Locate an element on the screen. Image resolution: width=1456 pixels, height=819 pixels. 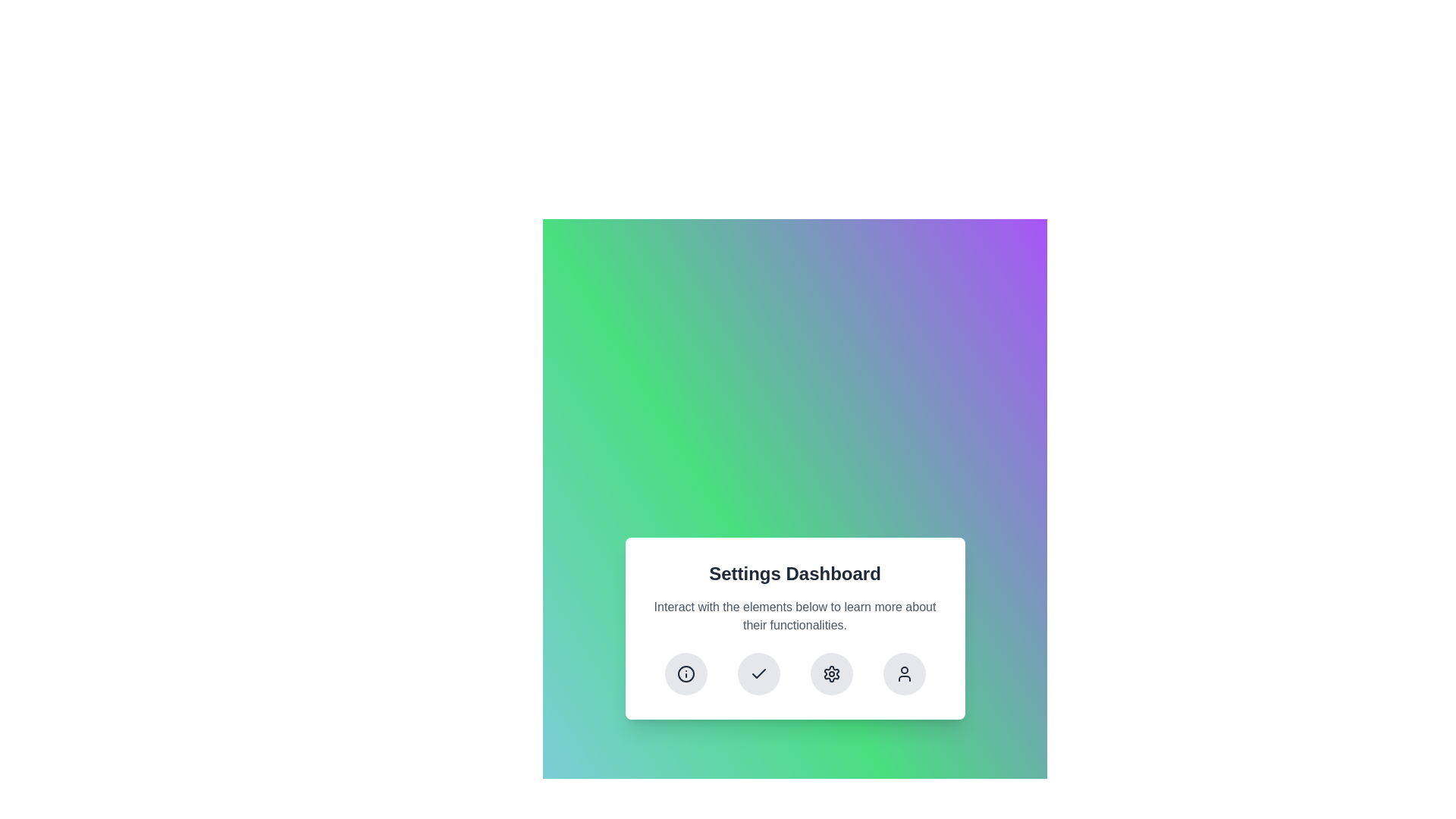
the settings button represented by a cogwheel icon is located at coordinates (830, 673).